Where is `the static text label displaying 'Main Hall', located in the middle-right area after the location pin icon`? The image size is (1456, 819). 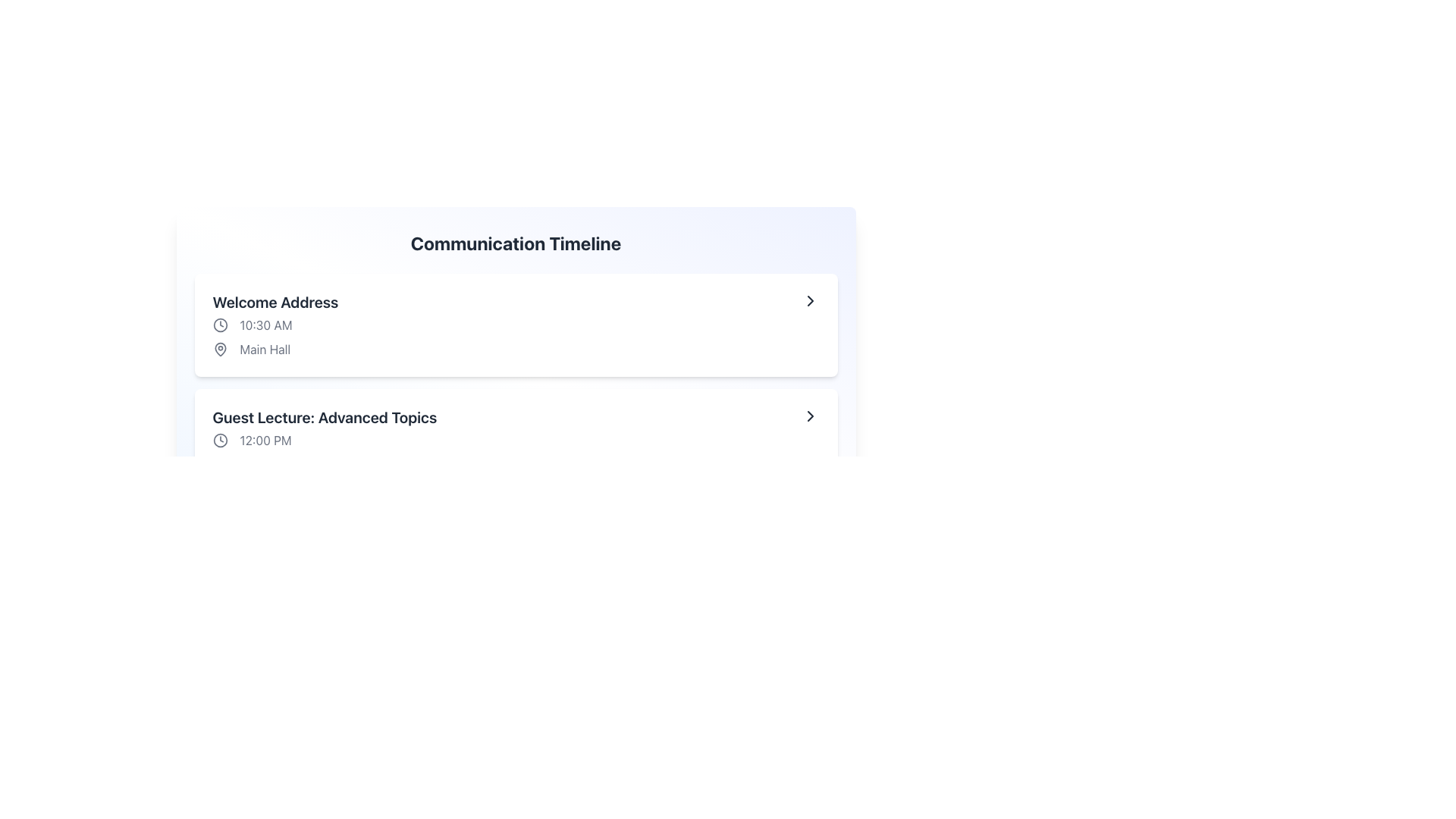
the static text label displaying 'Main Hall', located in the middle-right area after the location pin icon is located at coordinates (265, 350).